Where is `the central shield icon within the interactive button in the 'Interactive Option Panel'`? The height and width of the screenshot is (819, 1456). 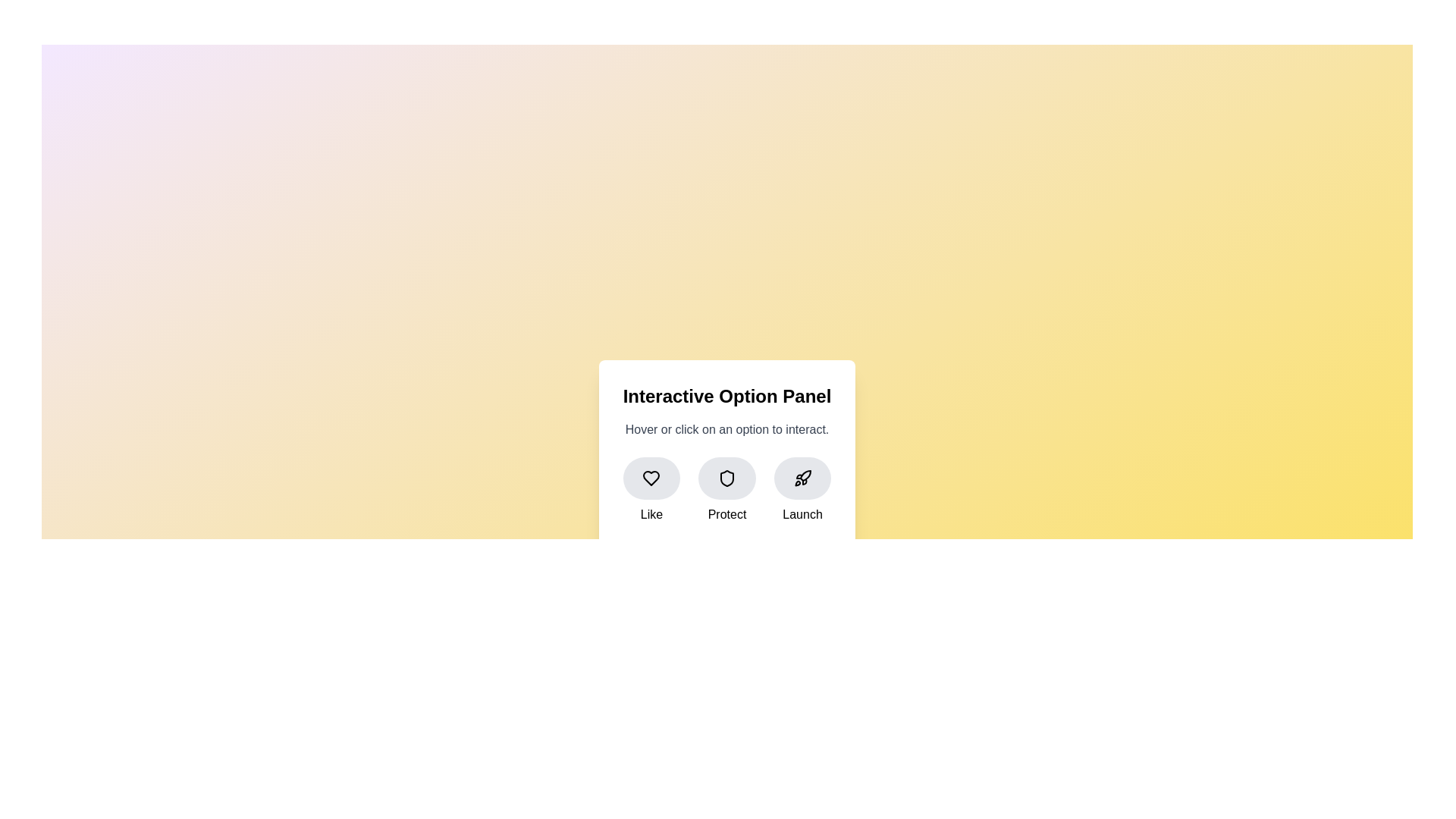
the central shield icon within the interactive button in the 'Interactive Option Panel' is located at coordinates (726, 479).